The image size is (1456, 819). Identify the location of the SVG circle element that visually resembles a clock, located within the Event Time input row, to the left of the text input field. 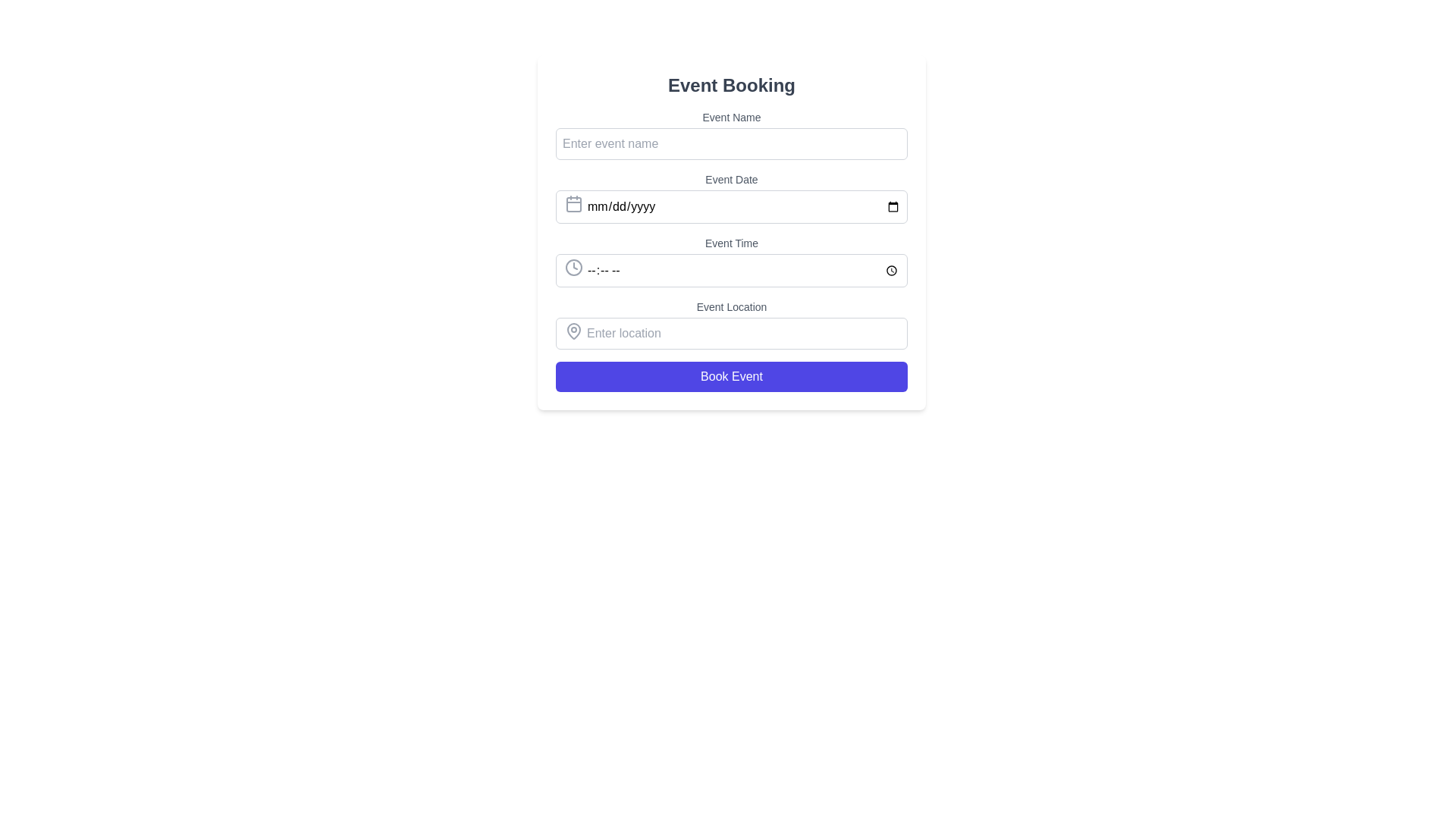
(573, 267).